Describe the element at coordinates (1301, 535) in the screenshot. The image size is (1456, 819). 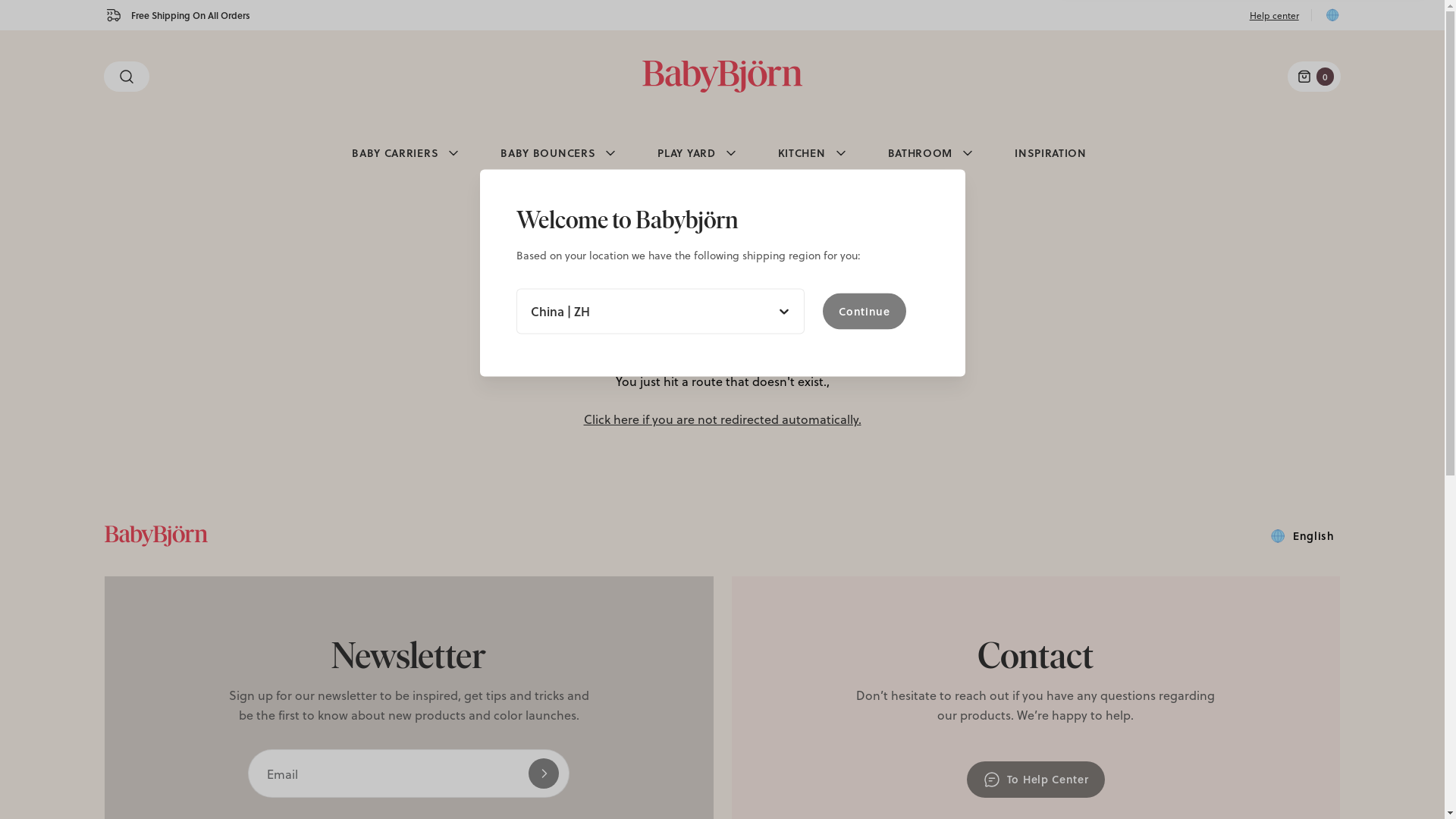
I see `'English'` at that location.